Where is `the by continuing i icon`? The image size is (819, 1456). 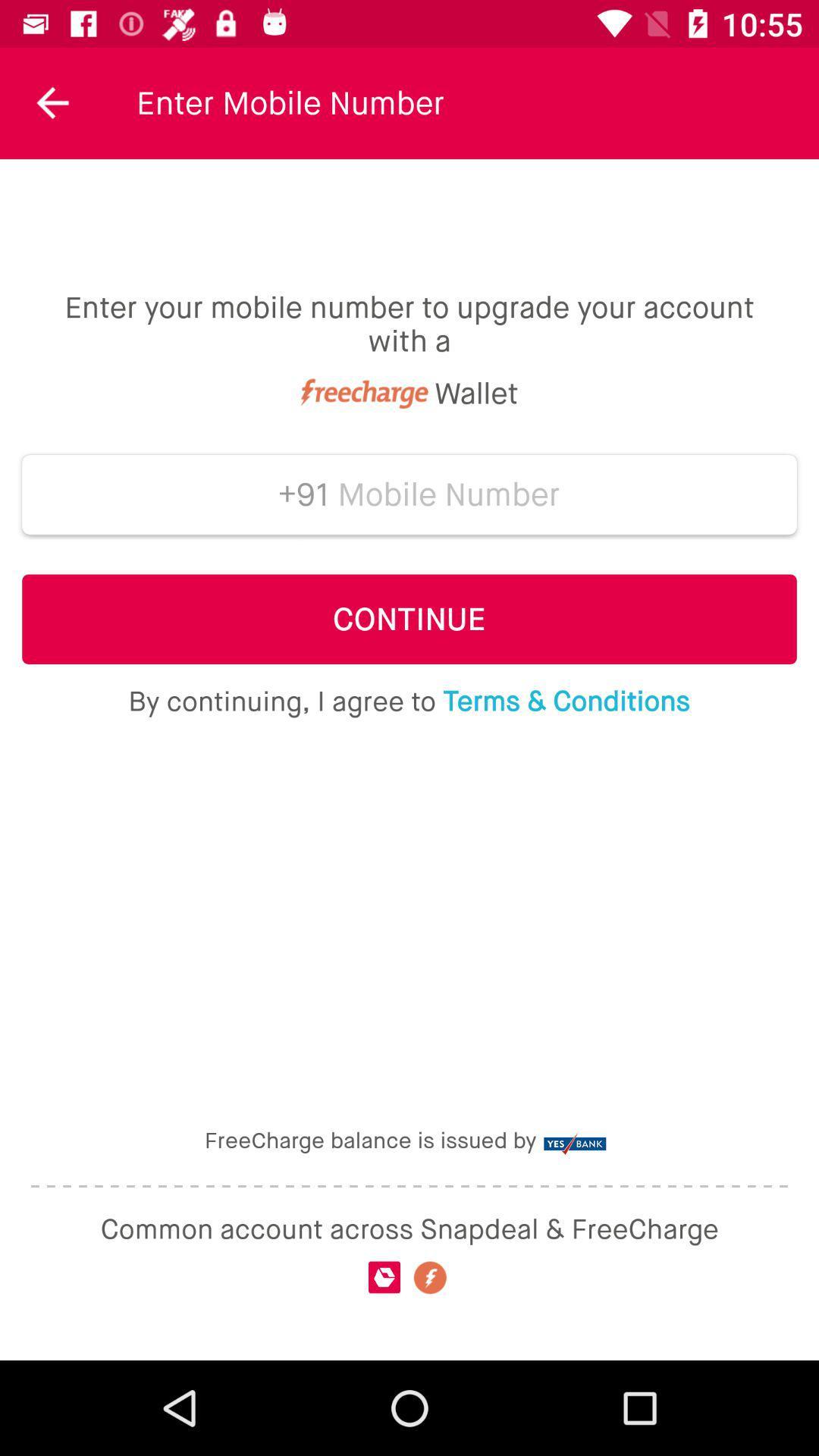 the by continuing i icon is located at coordinates (408, 701).